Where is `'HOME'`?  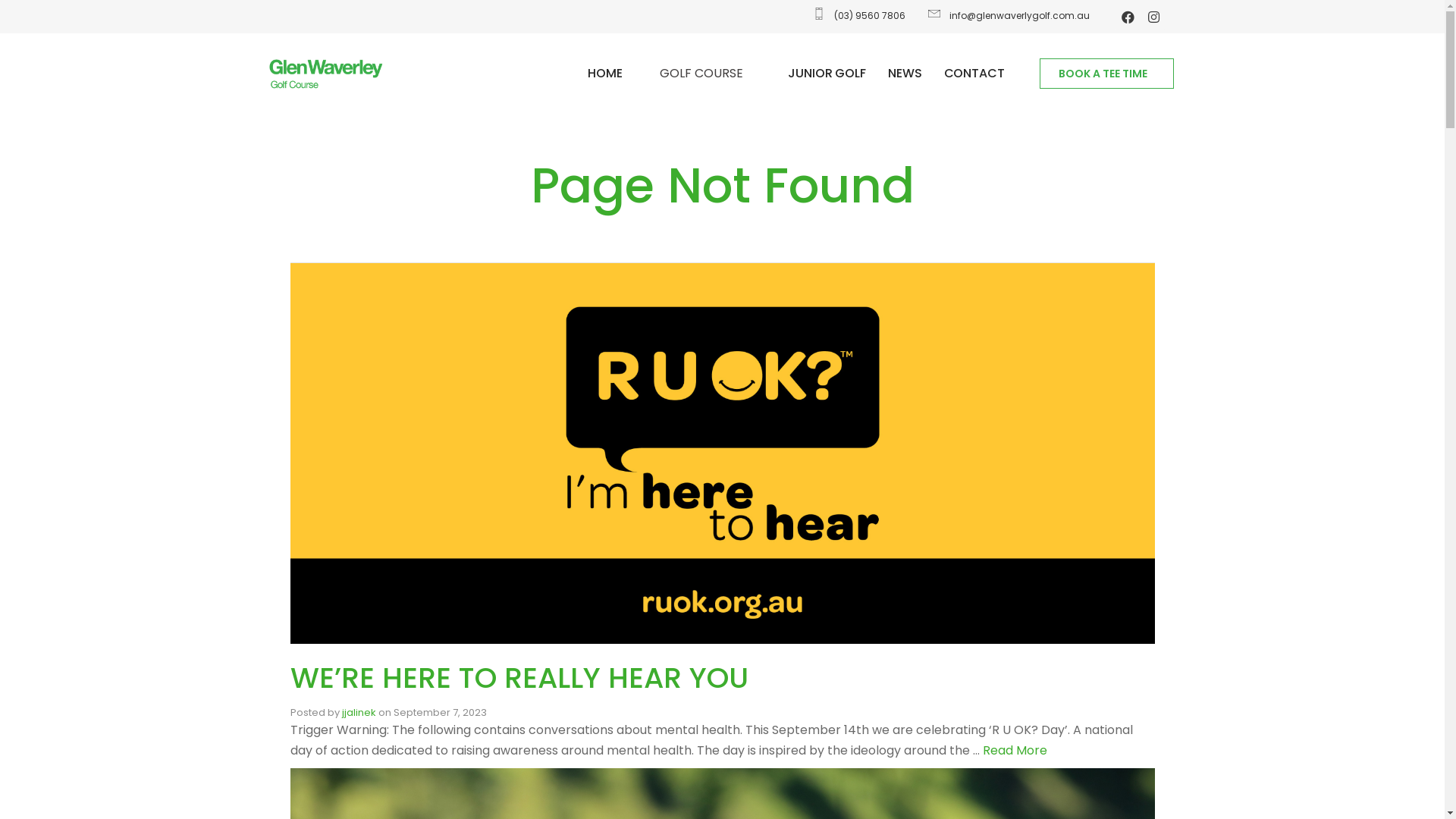
'HOME' is located at coordinates (604, 73).